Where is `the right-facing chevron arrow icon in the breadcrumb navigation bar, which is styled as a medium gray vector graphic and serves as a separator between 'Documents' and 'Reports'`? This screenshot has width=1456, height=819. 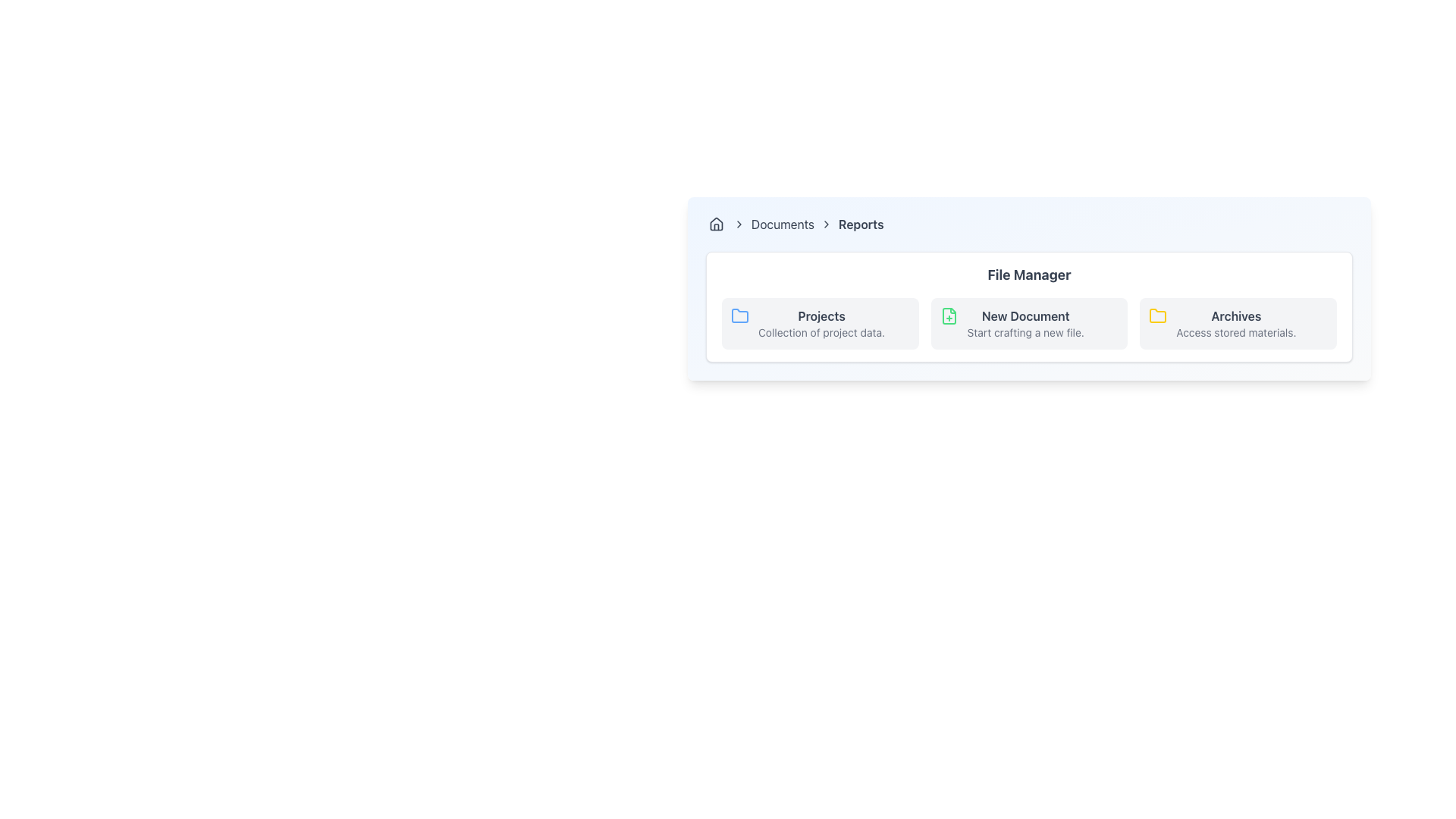 the right-facing chevron arrow icon in the breadcrumb navigation bar, which is styled as a medium gray vector graphic and serves as a separator between 'Documents' and 'Reports' is located at coordinates (739, 224).